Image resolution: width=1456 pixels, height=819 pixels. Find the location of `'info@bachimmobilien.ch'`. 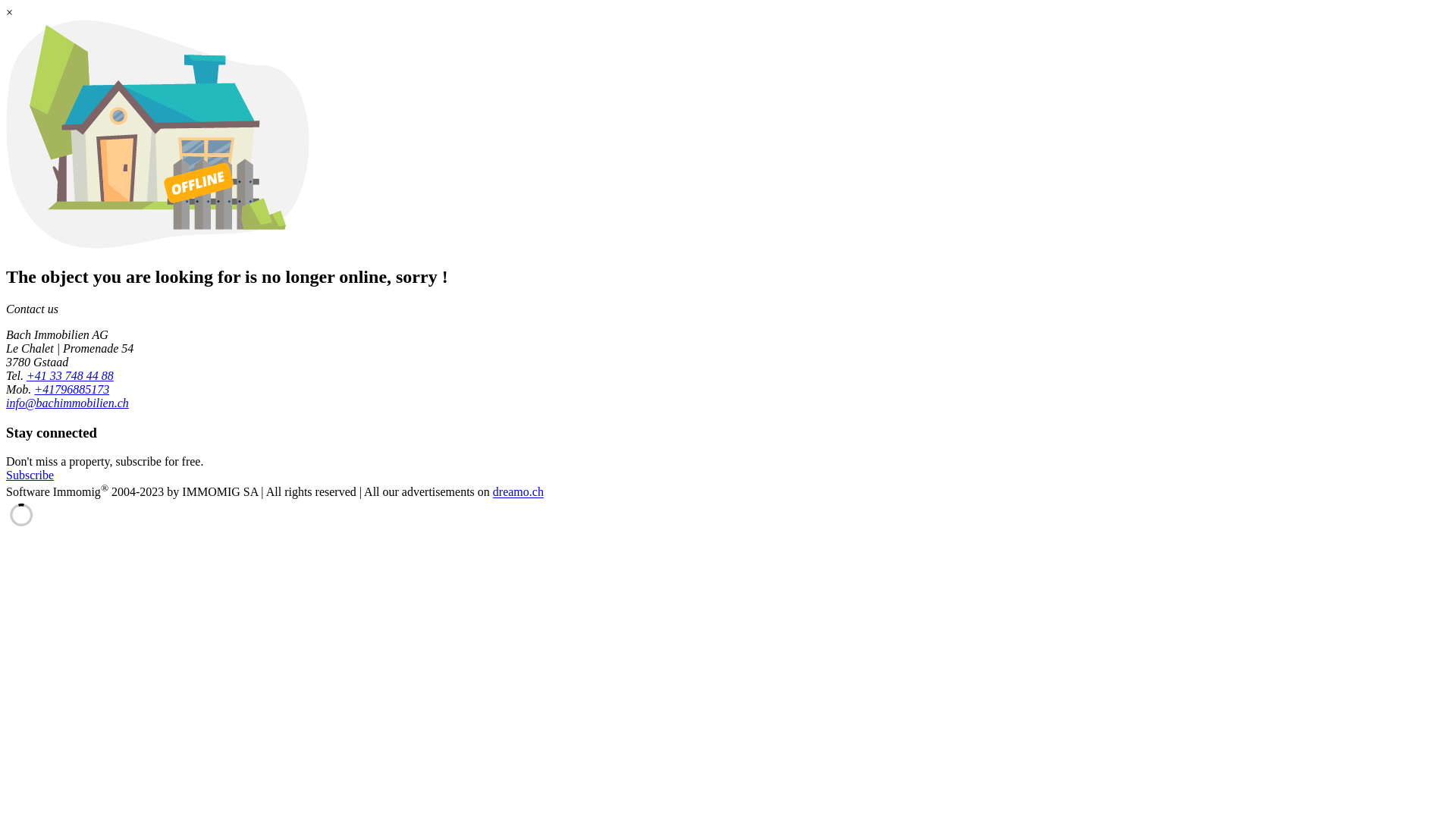

'info@bachimmobilien.ch' is located at coordinates (6, 402).